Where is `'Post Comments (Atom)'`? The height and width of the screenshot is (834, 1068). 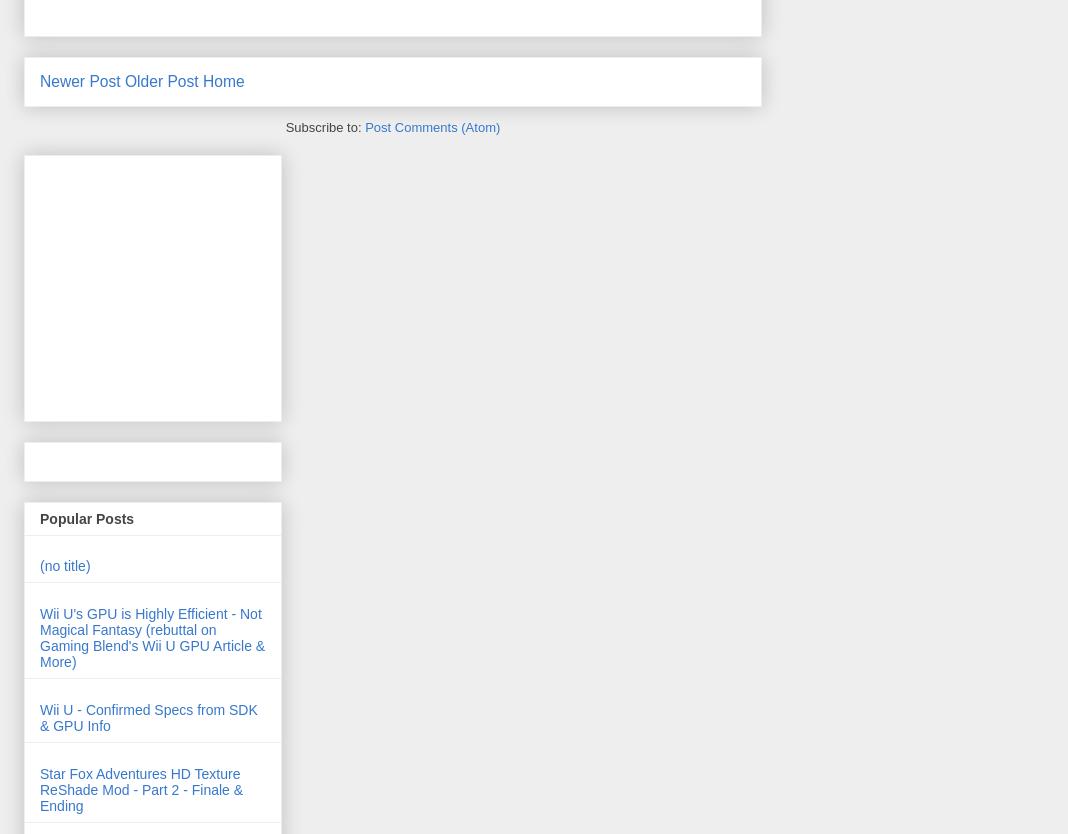
'Post Comments (Atom)' is located at coordinates (432, 125).